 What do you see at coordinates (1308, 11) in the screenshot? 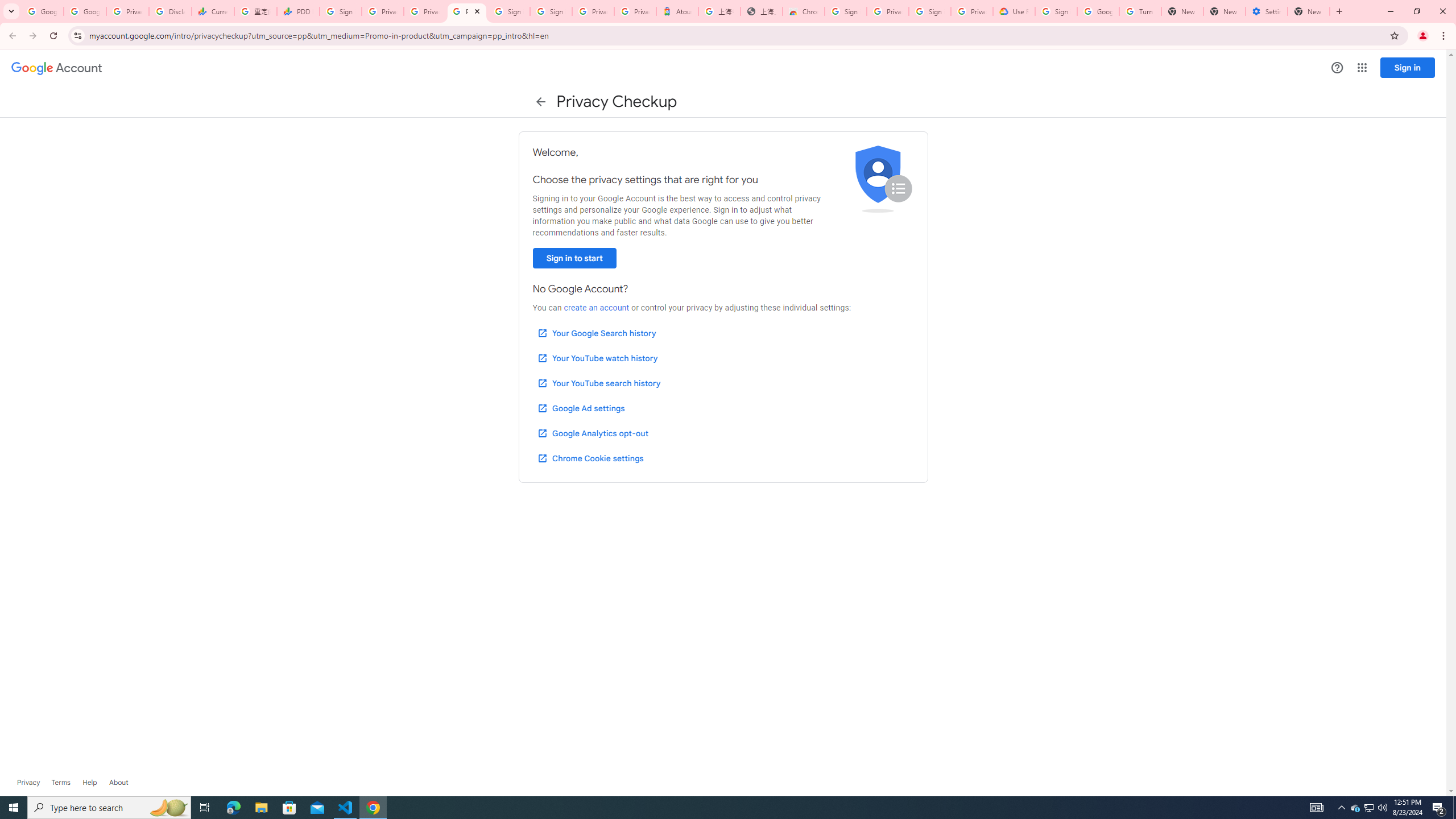
I see `'New Tab'` at bounding box center [1308, 11].